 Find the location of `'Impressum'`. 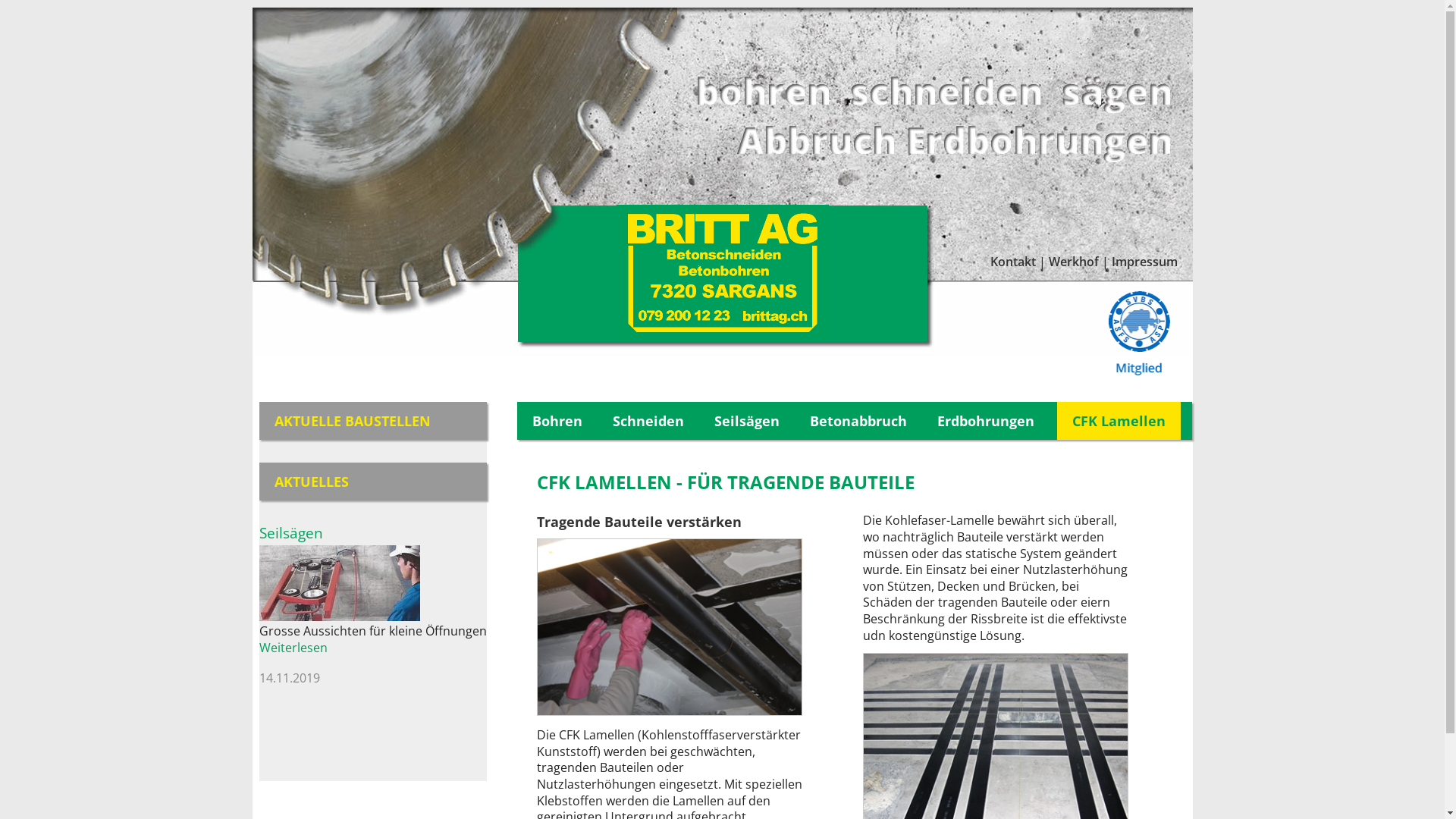

'Impressum' is located at coordinates (1144, 260).